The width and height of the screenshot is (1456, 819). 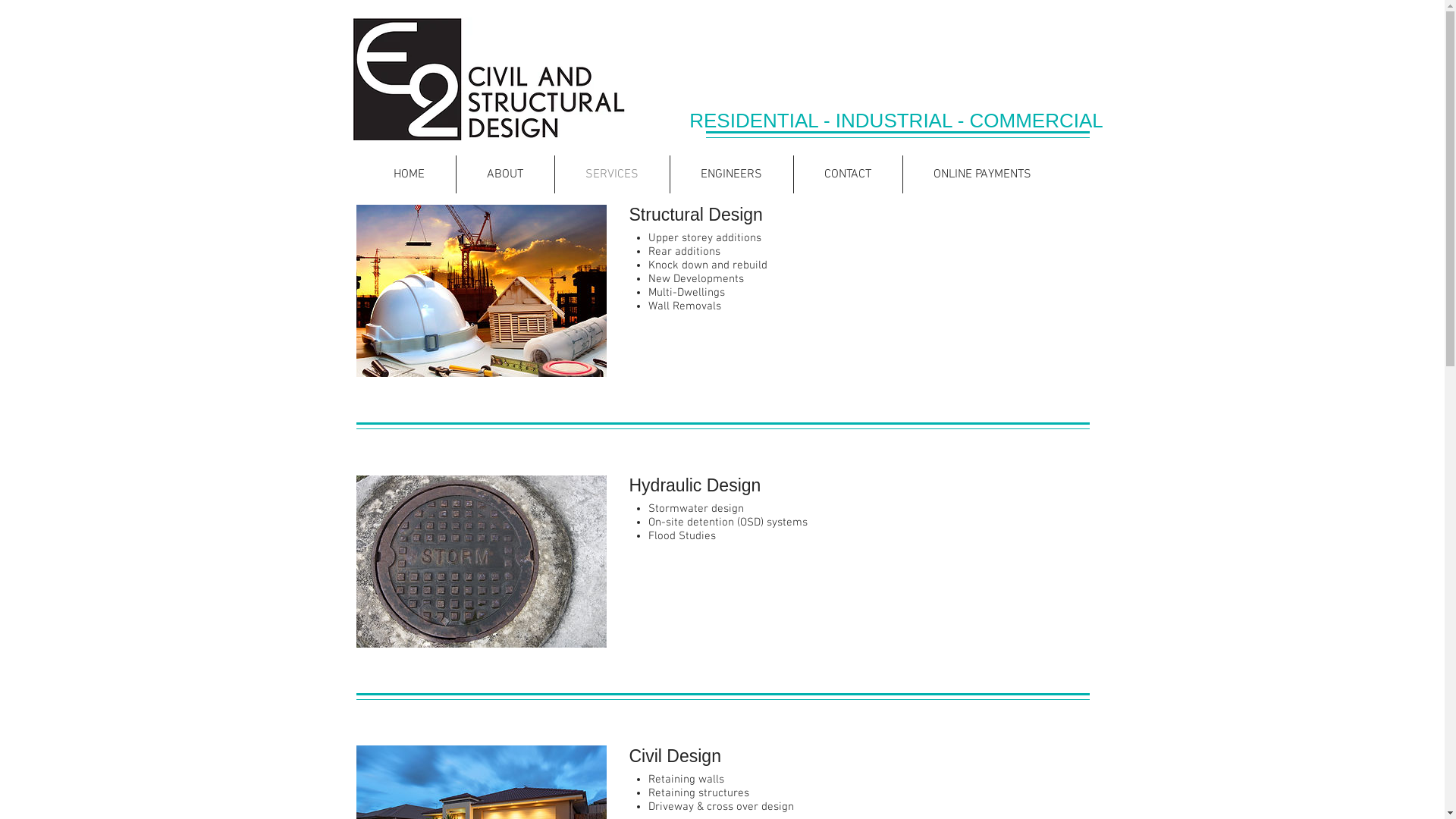 I want to click on 'HOME', so click(x=408, y=174).